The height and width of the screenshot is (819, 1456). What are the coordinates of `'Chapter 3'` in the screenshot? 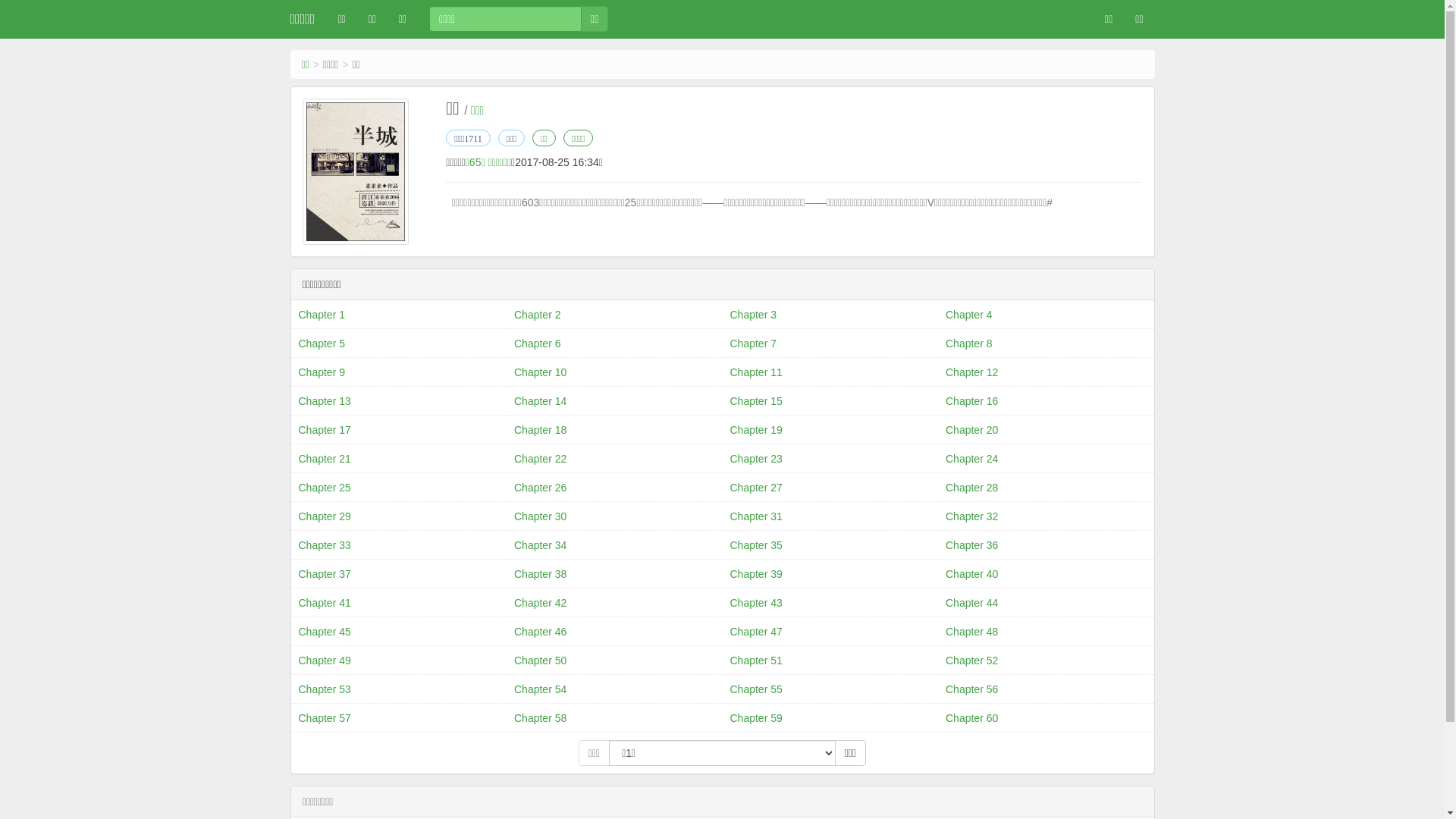 It's located at (729, 314).